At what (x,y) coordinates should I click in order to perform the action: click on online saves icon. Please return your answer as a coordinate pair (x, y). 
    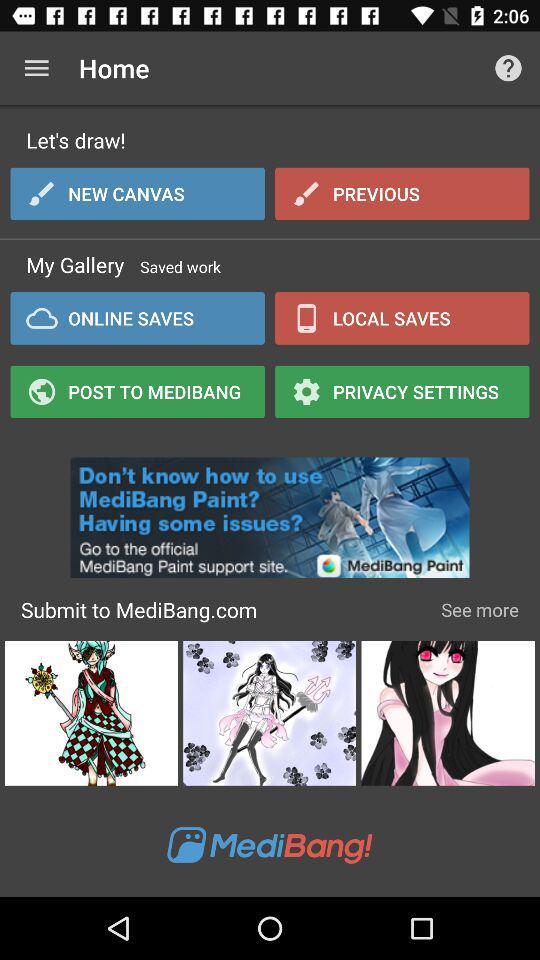
    Looking at the image, I should click on (136, 318).